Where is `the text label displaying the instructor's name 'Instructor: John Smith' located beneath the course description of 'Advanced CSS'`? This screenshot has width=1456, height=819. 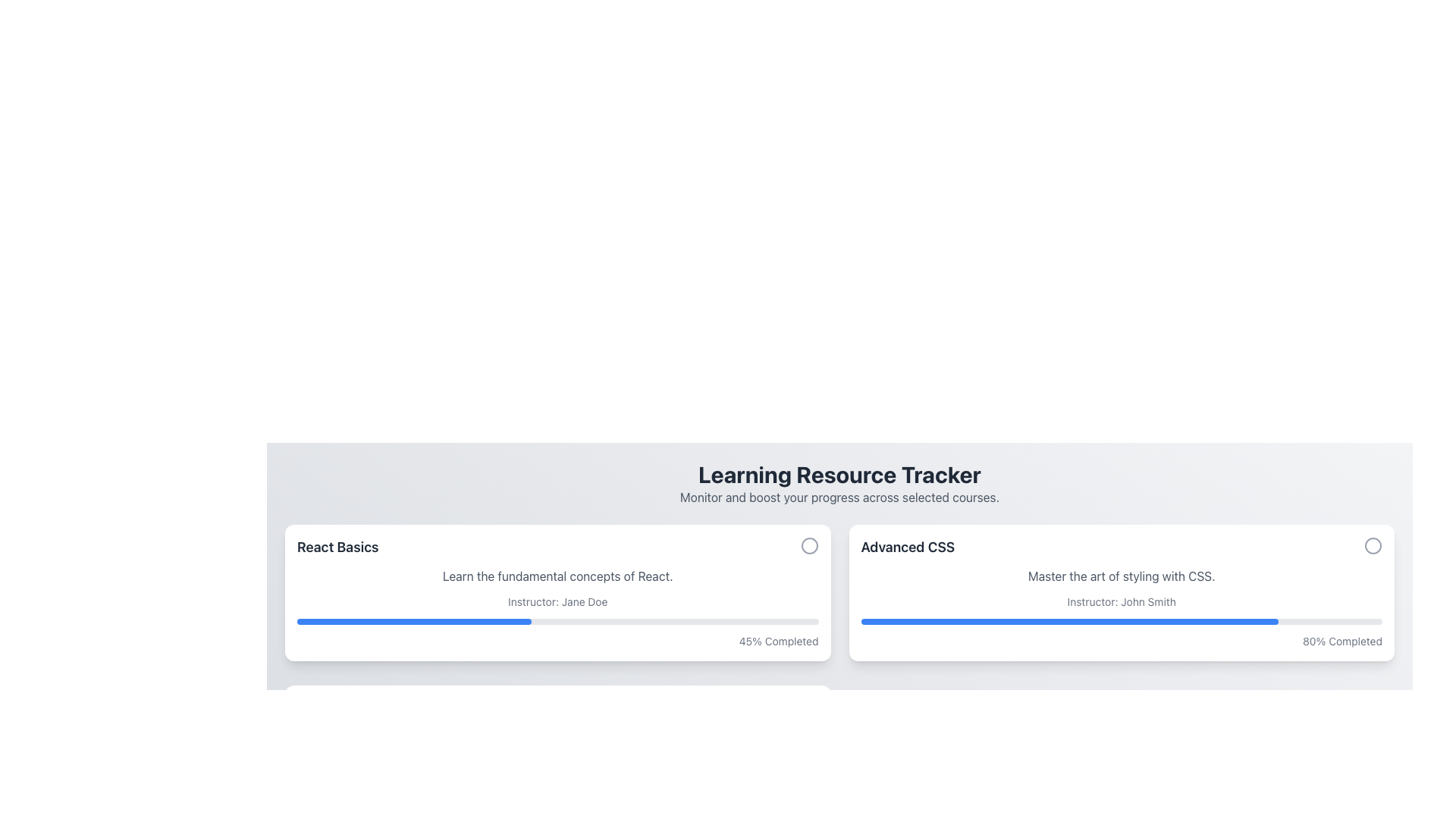 the text label displaying the instructor's name 'Instructor: John Smith' located beneath the course description of 'Advanced CSS' is located at coordinates (1122, 601).